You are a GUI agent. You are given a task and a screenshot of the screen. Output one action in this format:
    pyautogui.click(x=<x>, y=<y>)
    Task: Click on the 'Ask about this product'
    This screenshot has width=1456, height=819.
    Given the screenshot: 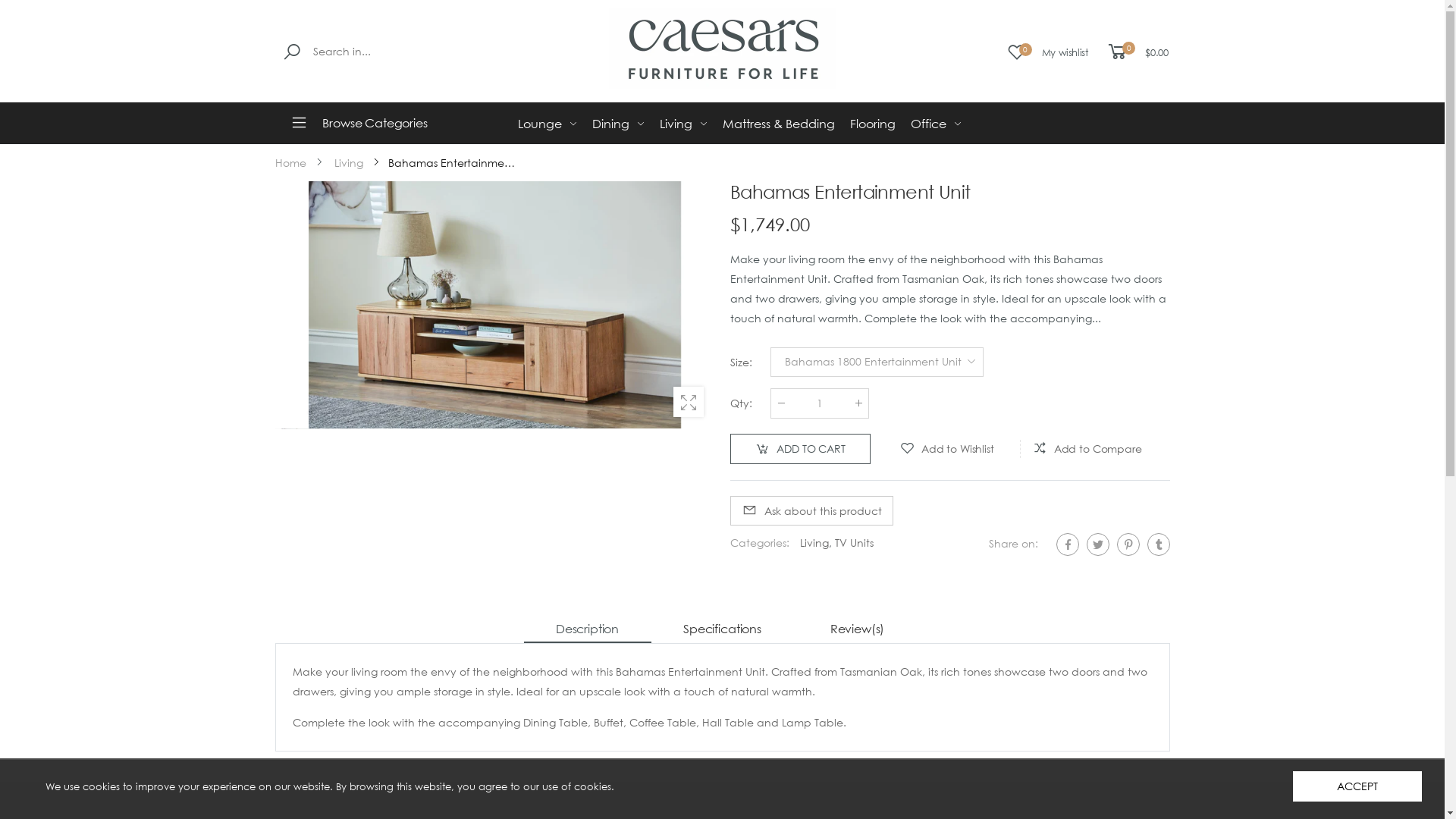 What is the action you would take?
    pyautogui.click(x=810, y=510)
    